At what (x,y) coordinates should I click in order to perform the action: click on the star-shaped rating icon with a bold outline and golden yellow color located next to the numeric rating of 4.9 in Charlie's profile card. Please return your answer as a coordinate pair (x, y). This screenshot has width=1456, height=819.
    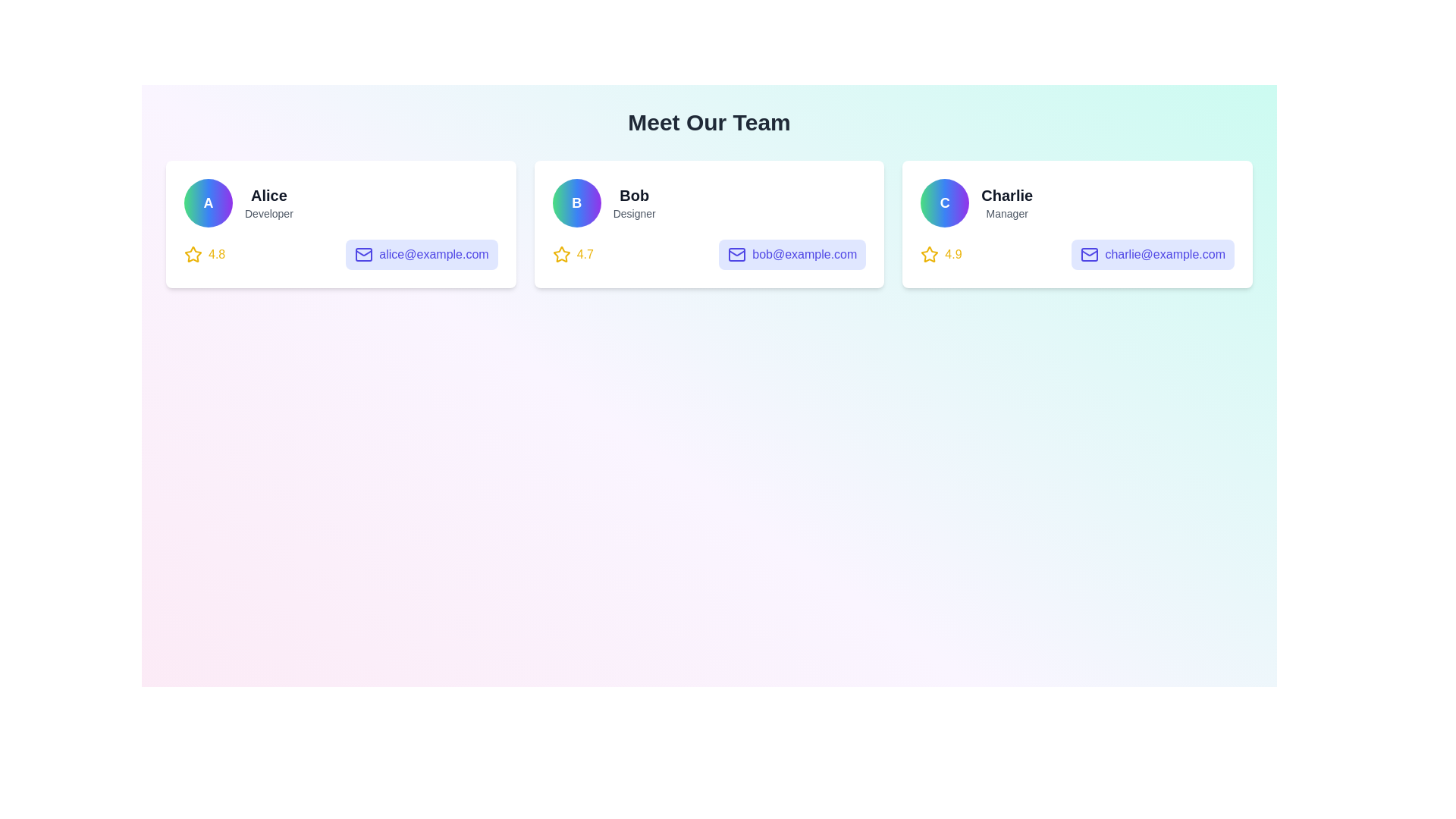
    Looking at the image, I should click on (929, 253).